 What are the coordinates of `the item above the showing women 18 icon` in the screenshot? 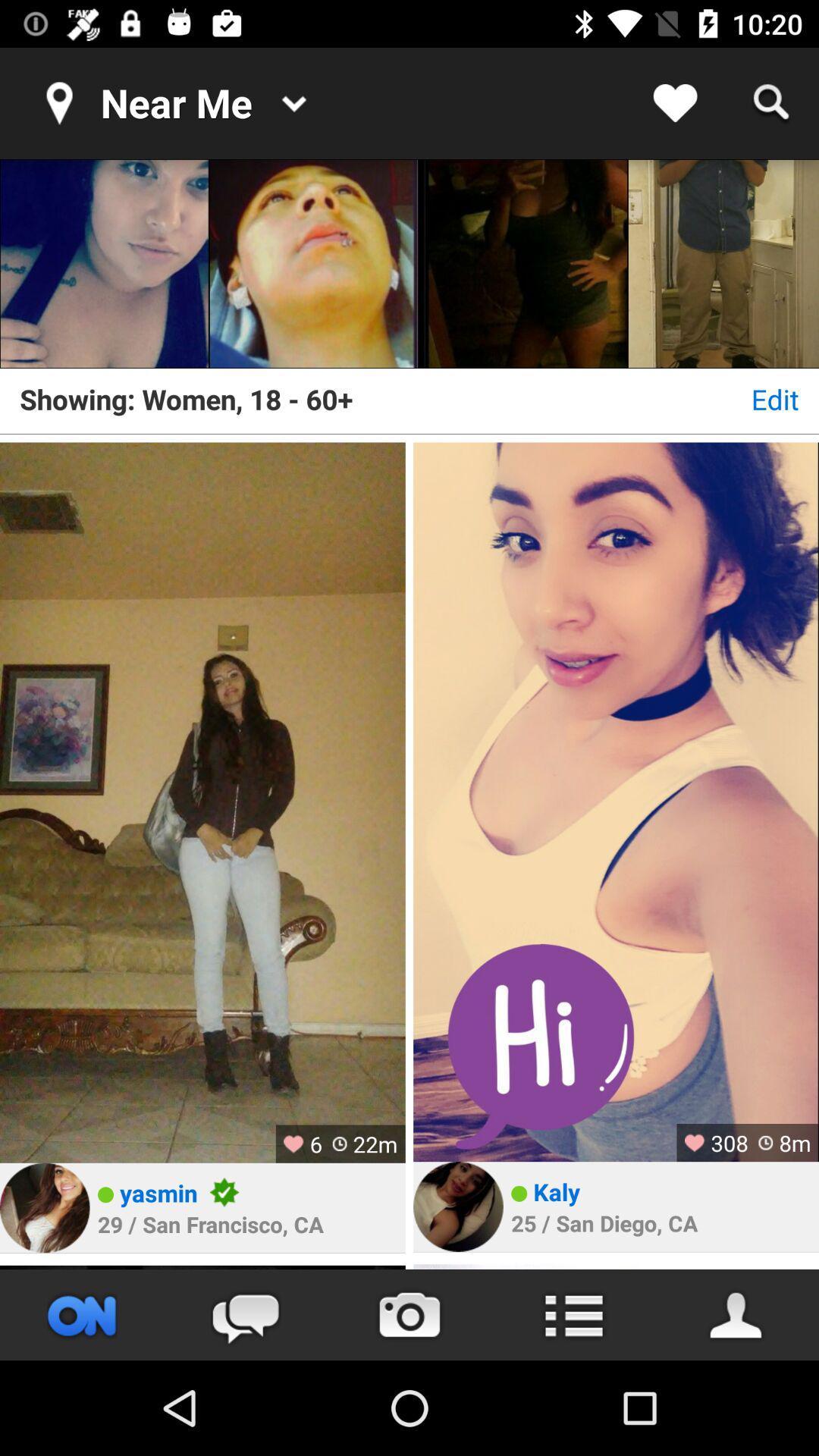 It's located at (522, 264).